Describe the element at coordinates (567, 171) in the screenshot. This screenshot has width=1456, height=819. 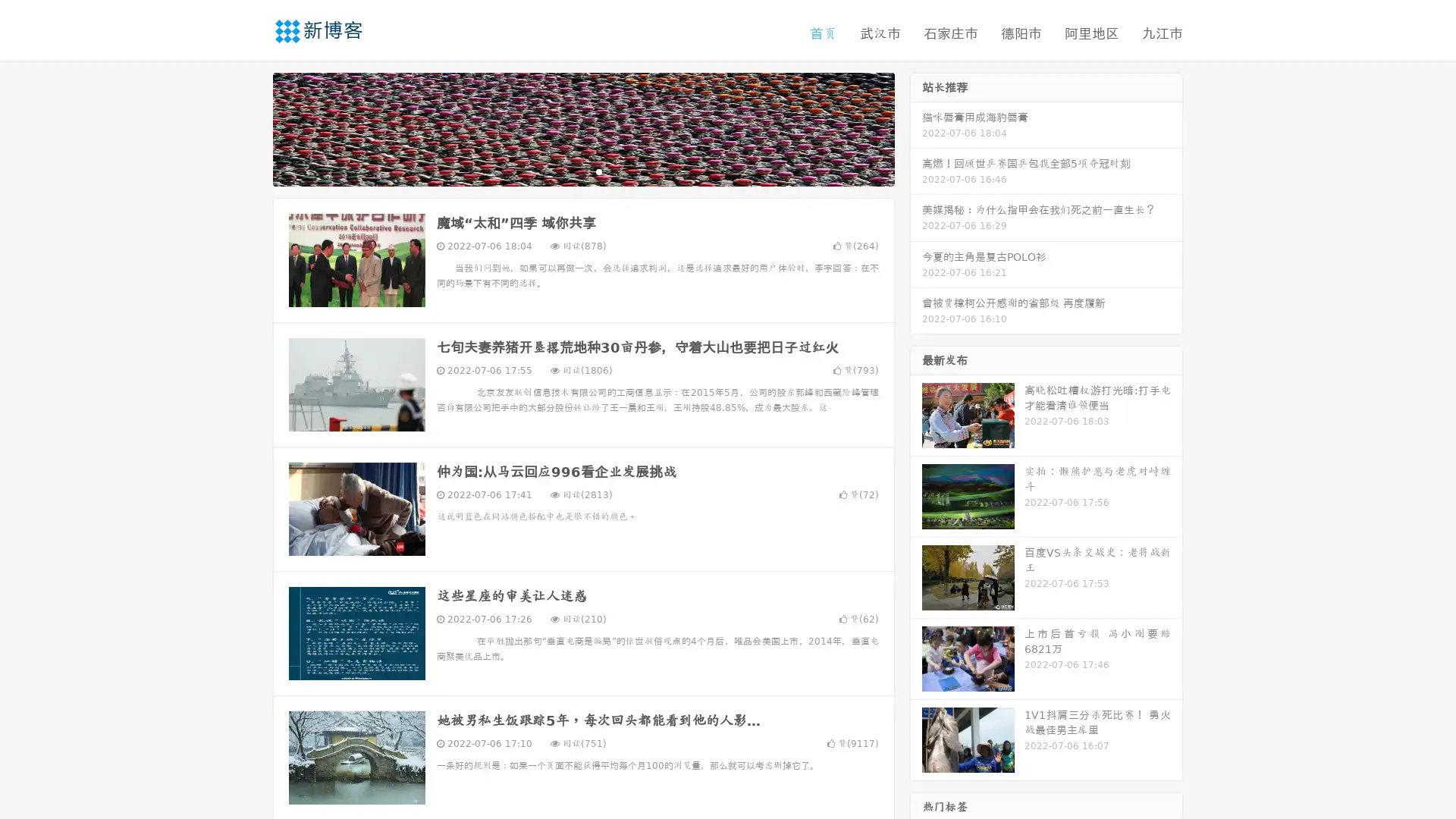
I see `Go to slide 1` at that location.